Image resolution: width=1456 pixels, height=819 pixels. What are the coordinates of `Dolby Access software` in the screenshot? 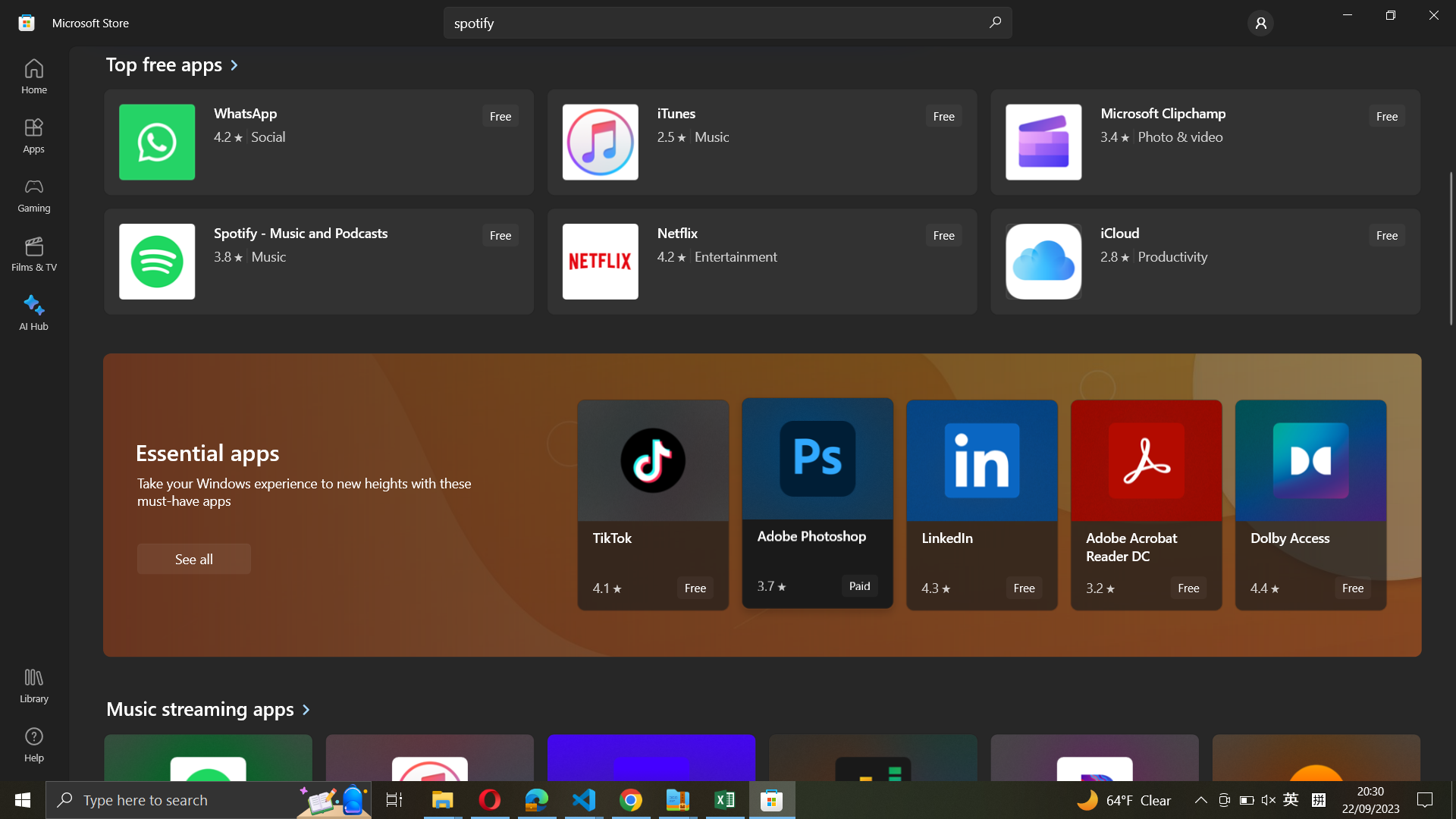 It's located at (1310, 505).